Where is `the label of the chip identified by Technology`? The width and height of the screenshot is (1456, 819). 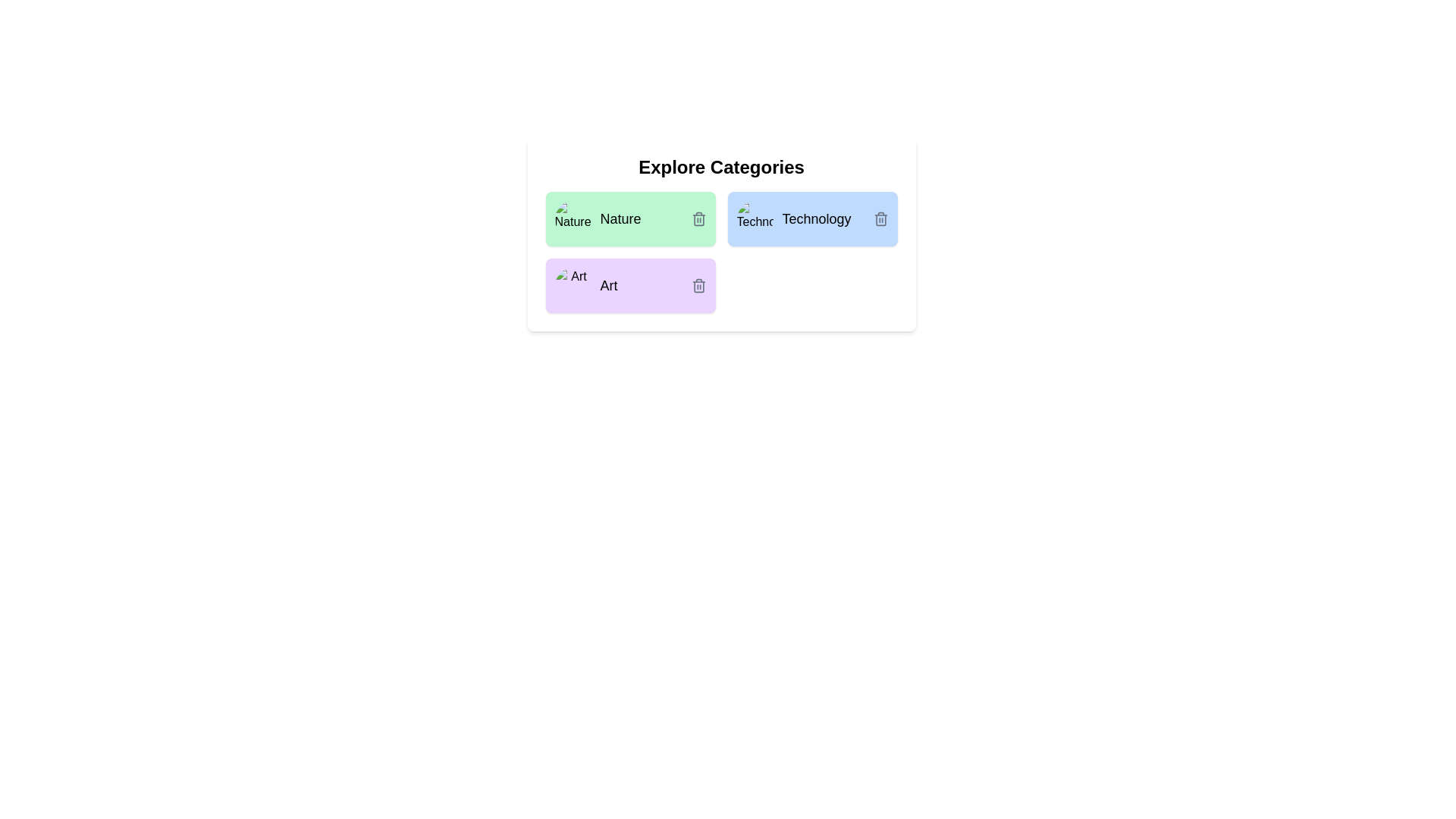
the label of the chip identified by Technology is located at coordinates (816, 219).